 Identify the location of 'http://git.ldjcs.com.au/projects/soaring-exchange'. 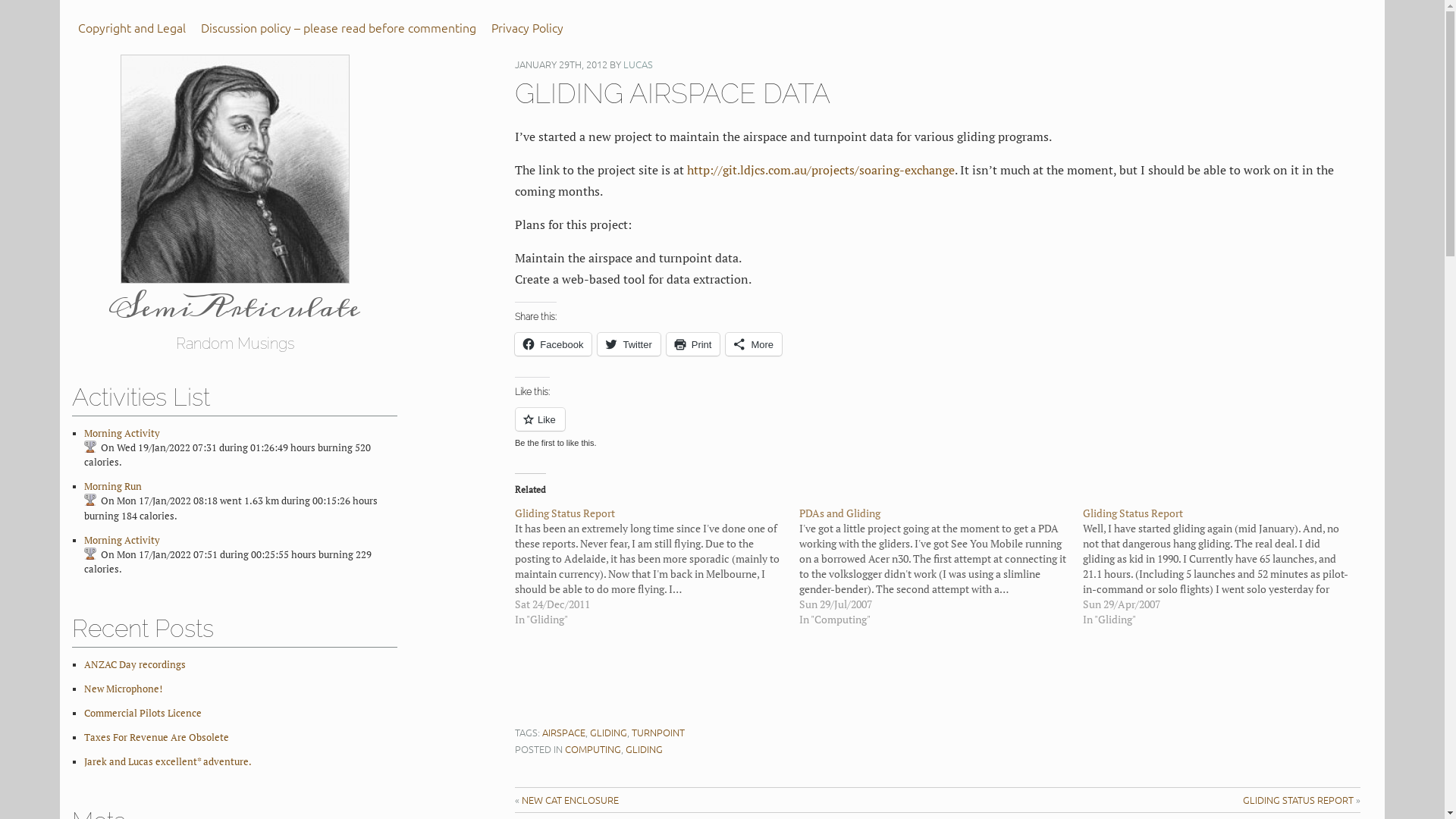
(820, 169).